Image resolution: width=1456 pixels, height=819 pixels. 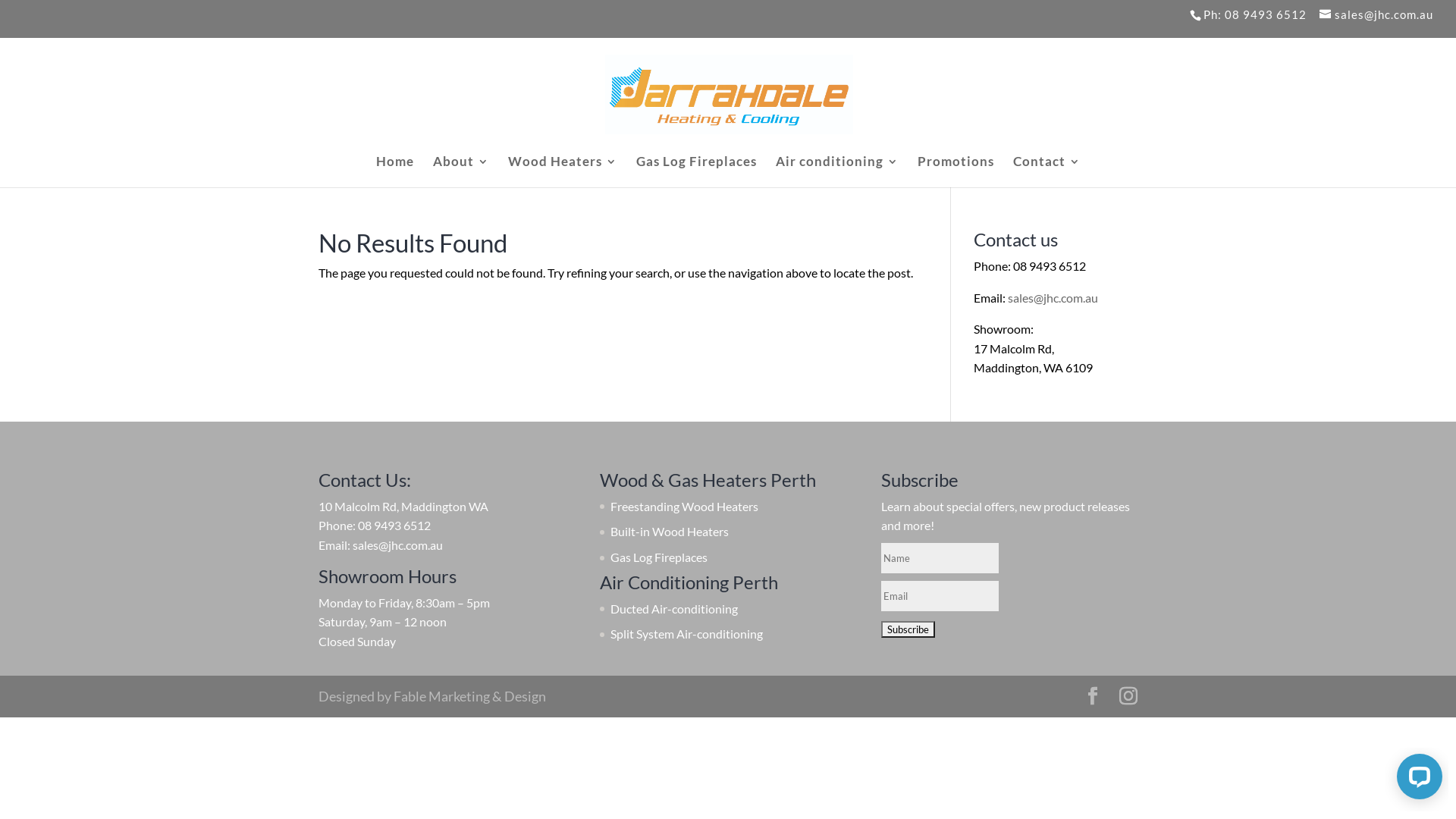 I want to click on 'Home', so click(x=395, y=171).